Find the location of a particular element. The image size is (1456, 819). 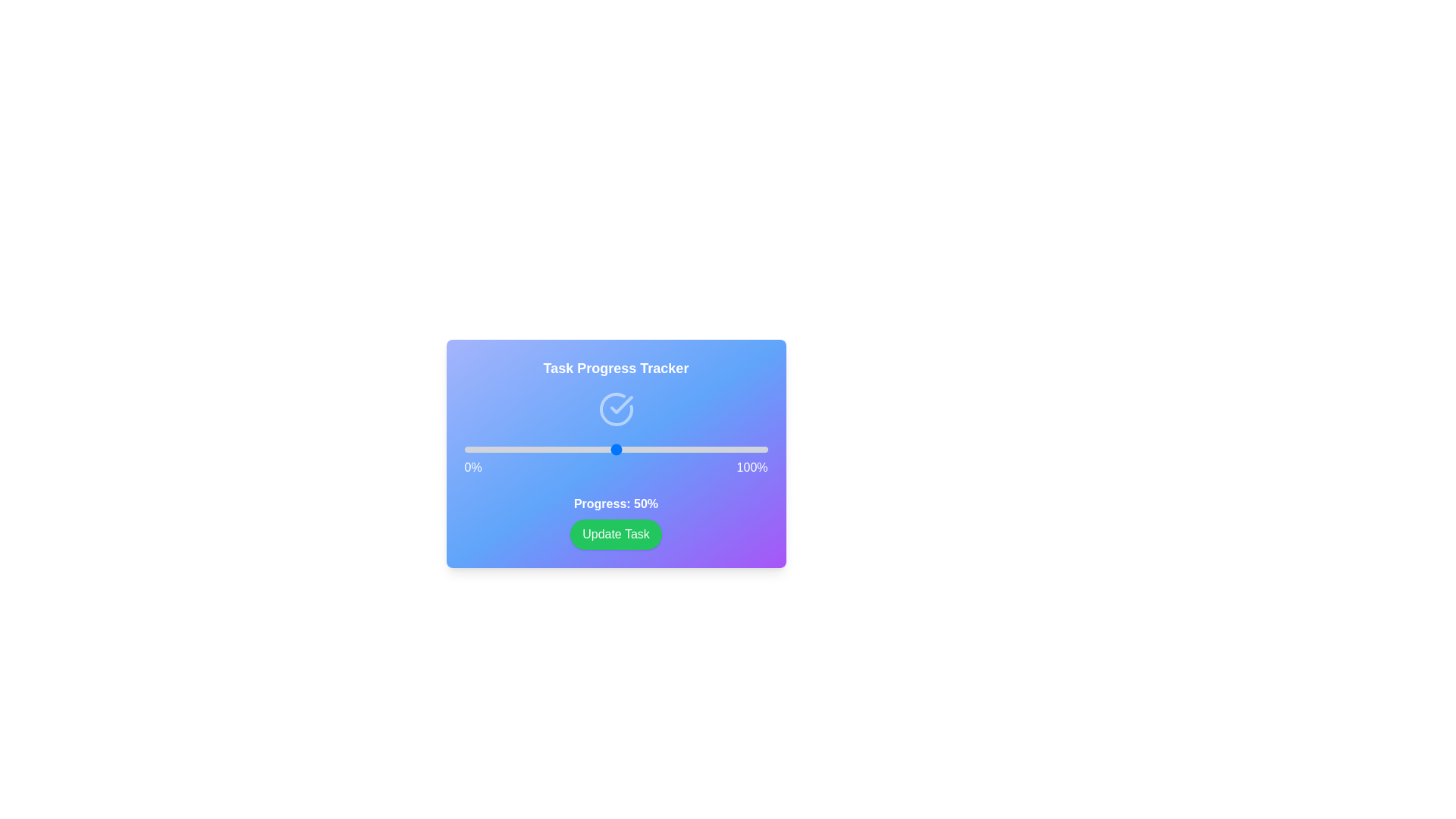

the progress slider to 56% is located at coordinates (634, 449).